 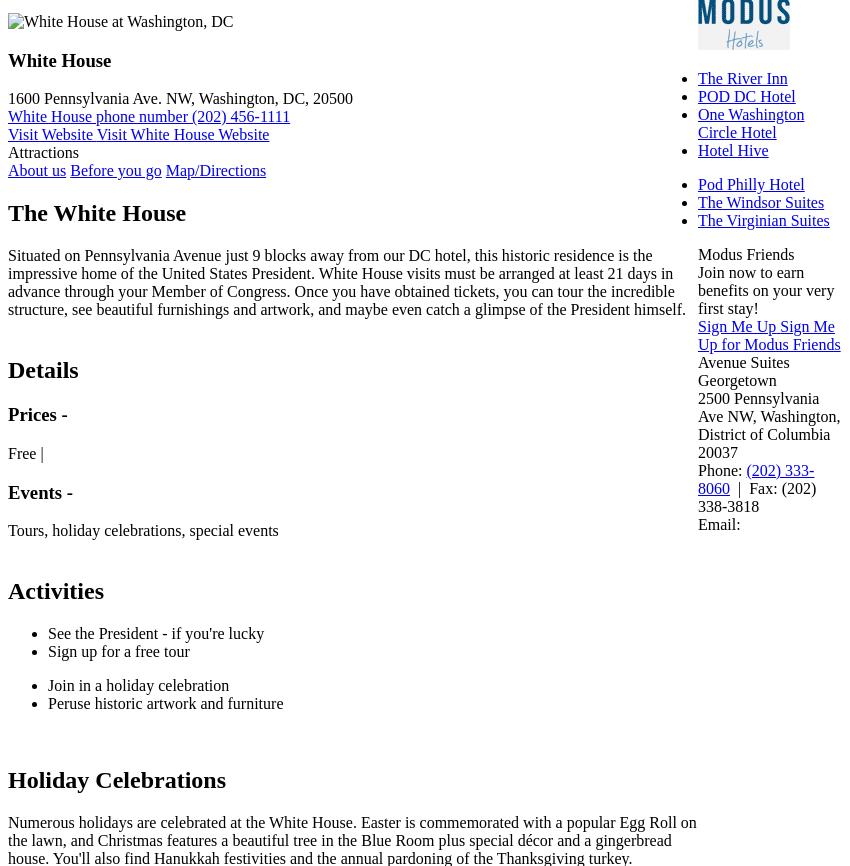 What do you see at coordinates (757, 497) in the screenshot?
I see `'(202) 338-3818'` at bounding box center [757, 497].